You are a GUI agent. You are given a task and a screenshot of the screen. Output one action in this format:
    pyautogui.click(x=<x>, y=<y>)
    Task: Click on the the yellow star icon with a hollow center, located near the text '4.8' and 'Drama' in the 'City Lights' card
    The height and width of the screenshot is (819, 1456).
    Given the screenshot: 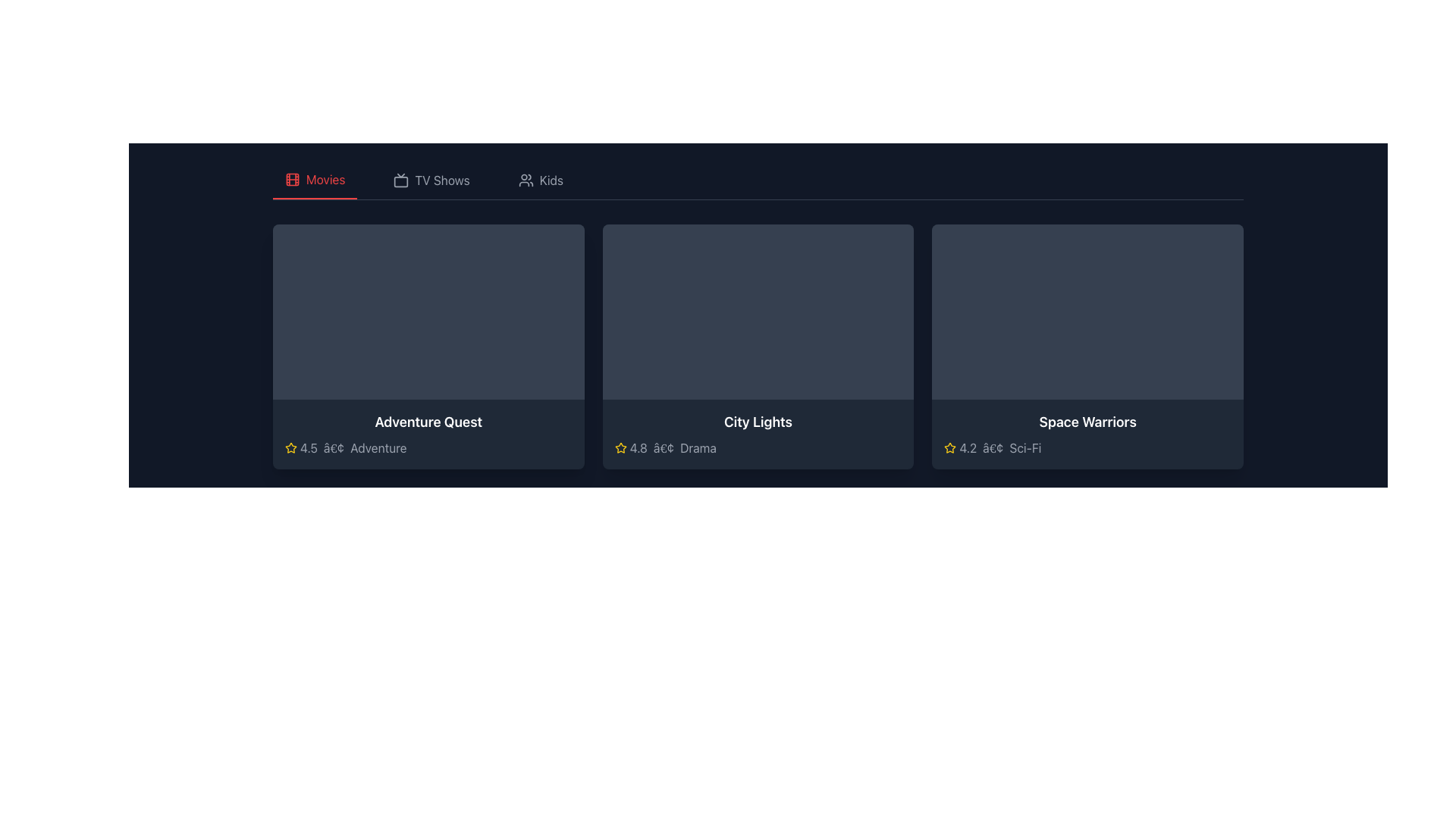 What is the action you would take?
    pyautogui.click(x=620, y=447)
    